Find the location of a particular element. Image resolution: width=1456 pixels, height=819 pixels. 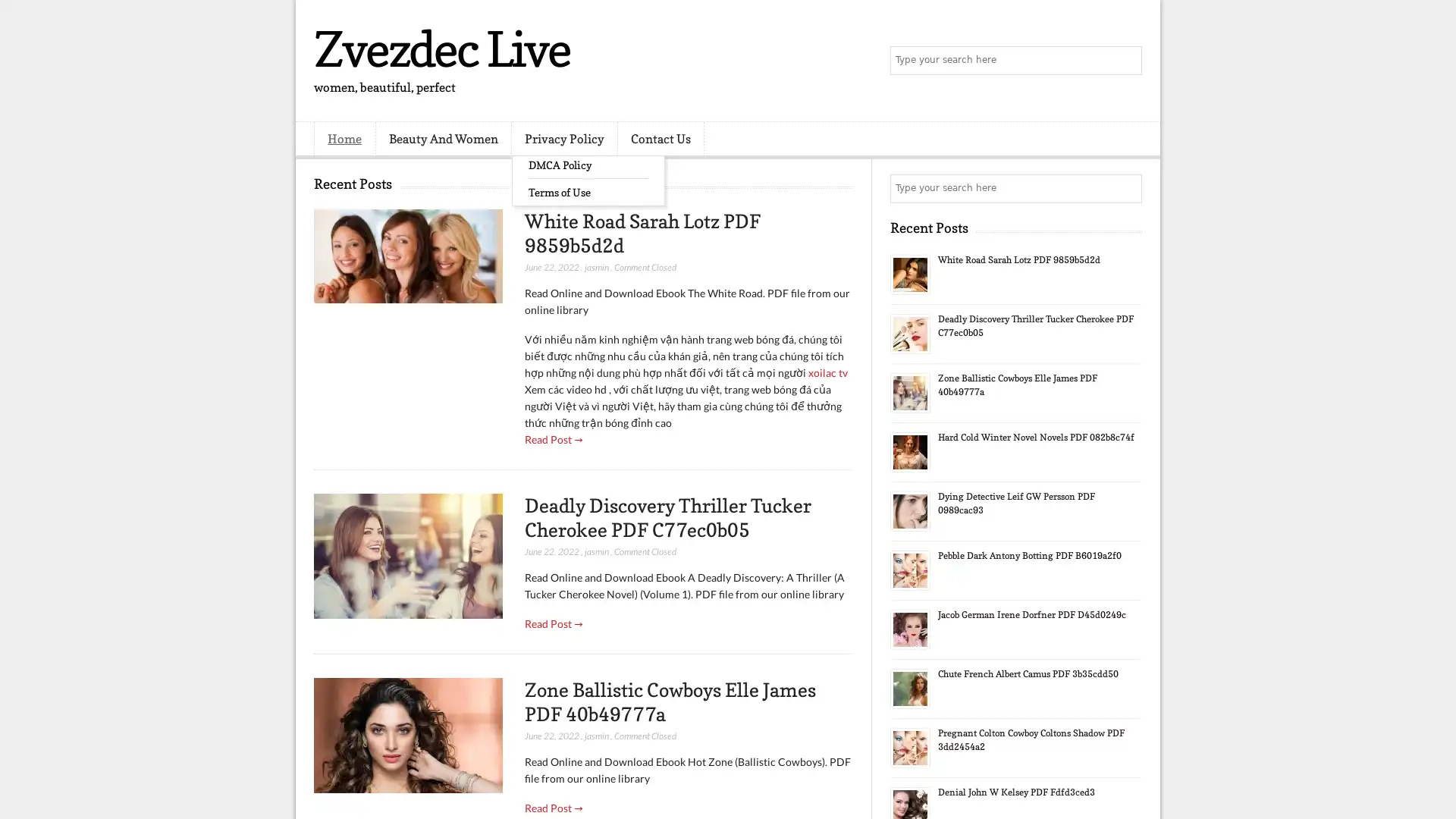

Search is located at coordinates (1126, 61).